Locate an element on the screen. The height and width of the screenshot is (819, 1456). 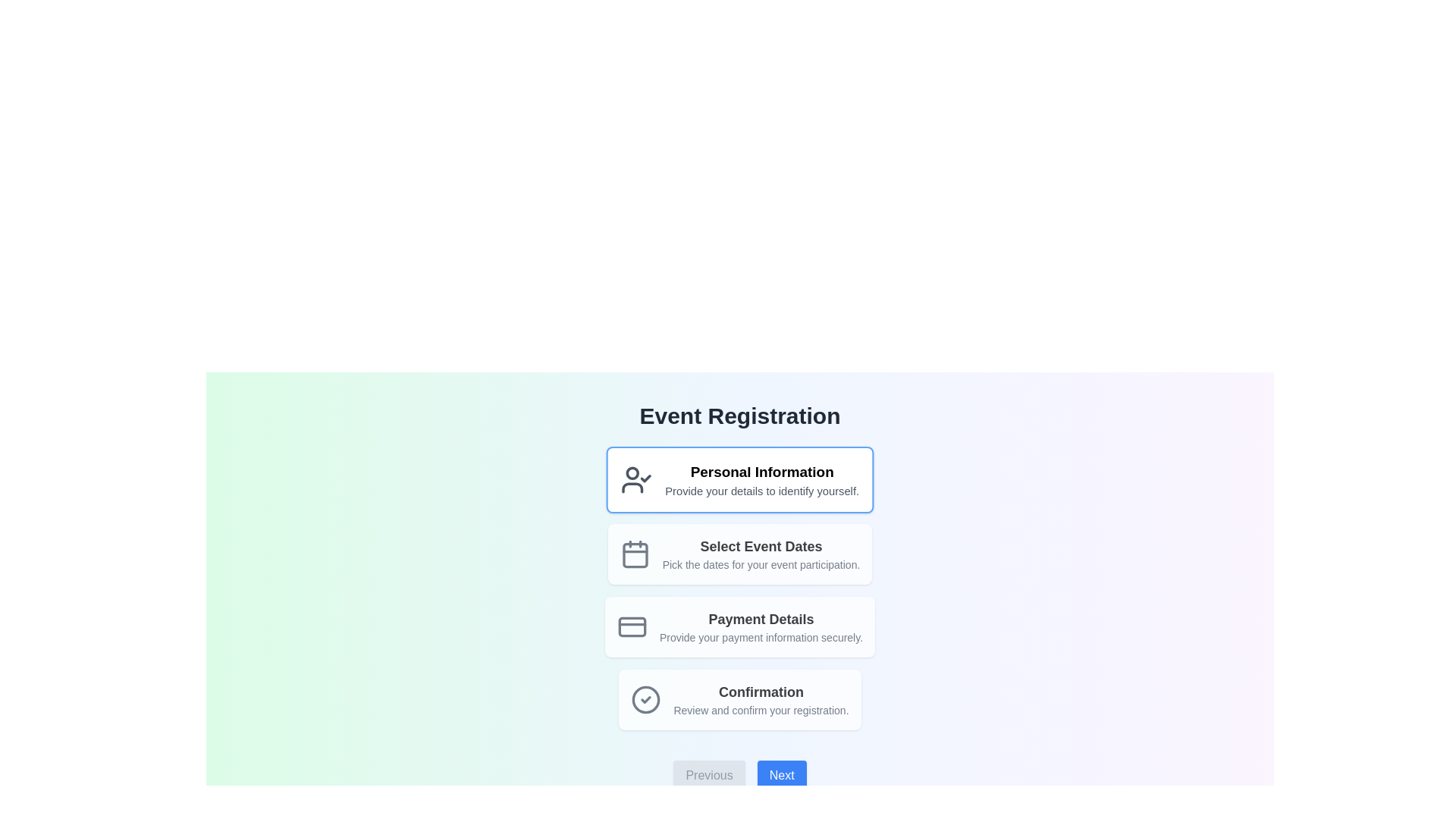
the credit card icon within the 'Payment Details' card, which is the first component of the third interactive card in a vertical sequence is located at coordinates (632, 626).